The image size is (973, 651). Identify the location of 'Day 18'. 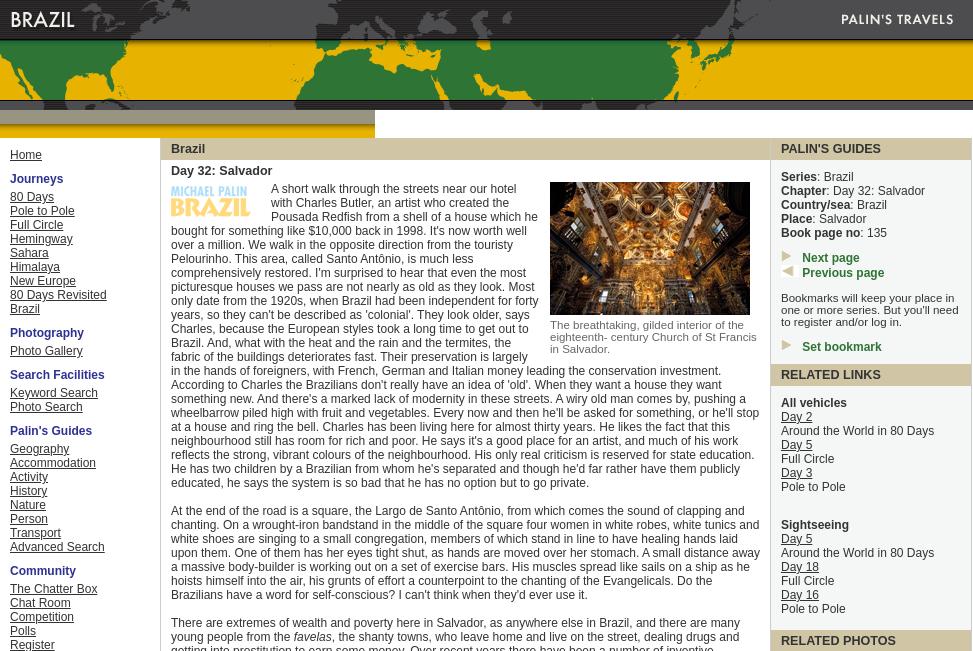
(799, 566).